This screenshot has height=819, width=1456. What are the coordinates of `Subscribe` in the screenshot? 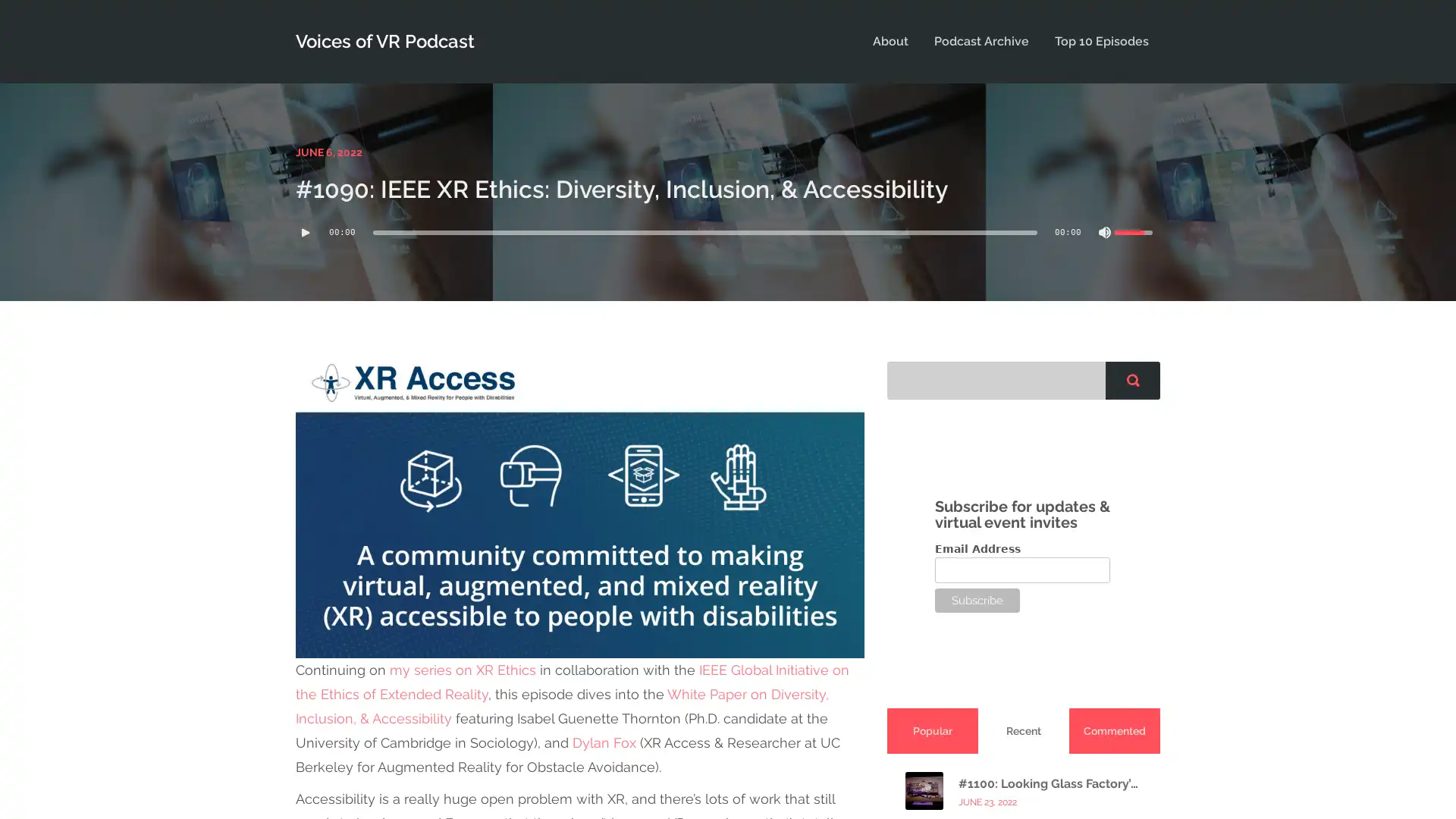 It's located at (977, 598).